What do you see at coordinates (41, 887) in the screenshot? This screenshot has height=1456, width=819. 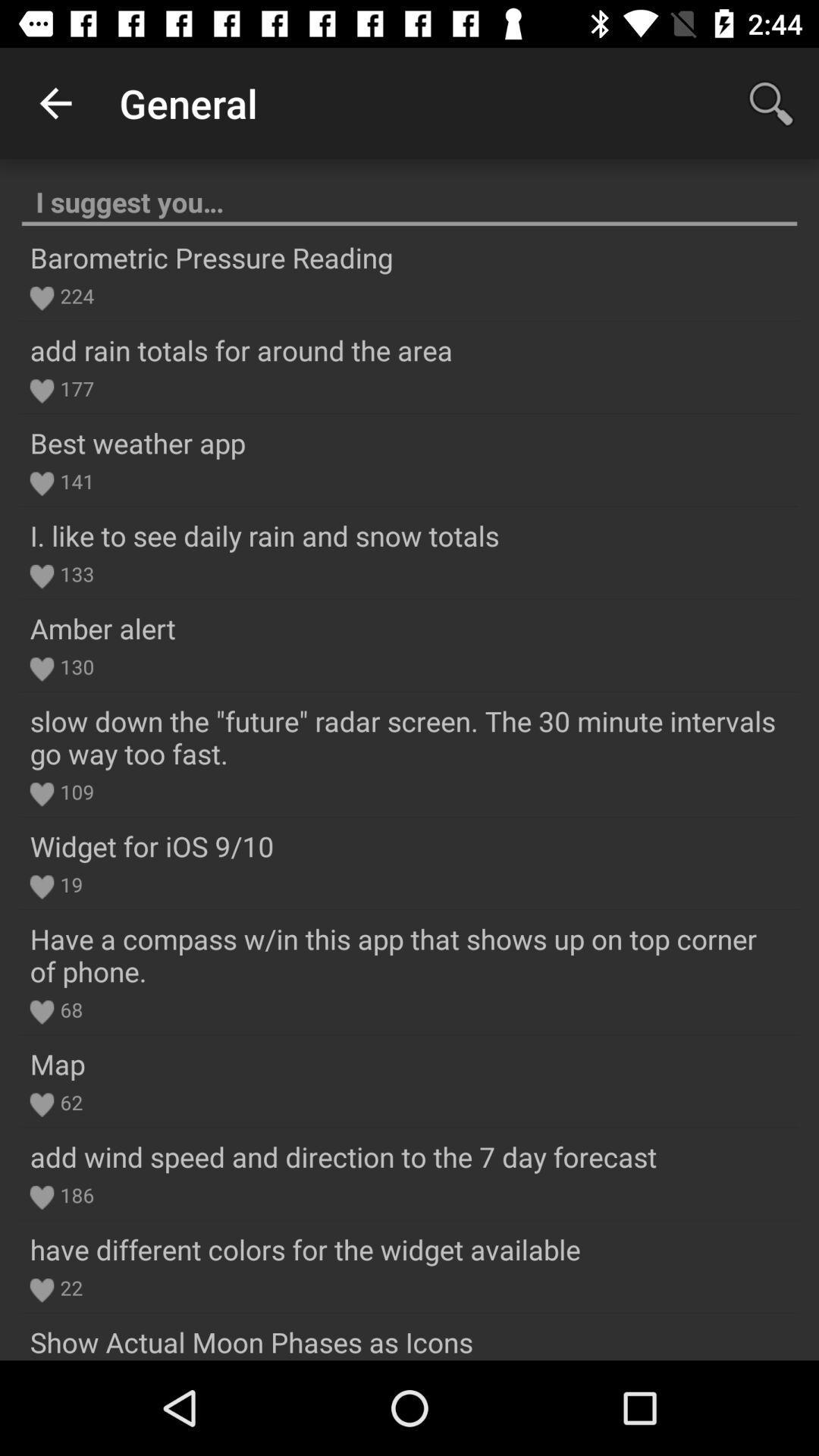 I see `the icon to the left of 19 icon` at bounding box center [41, 887].